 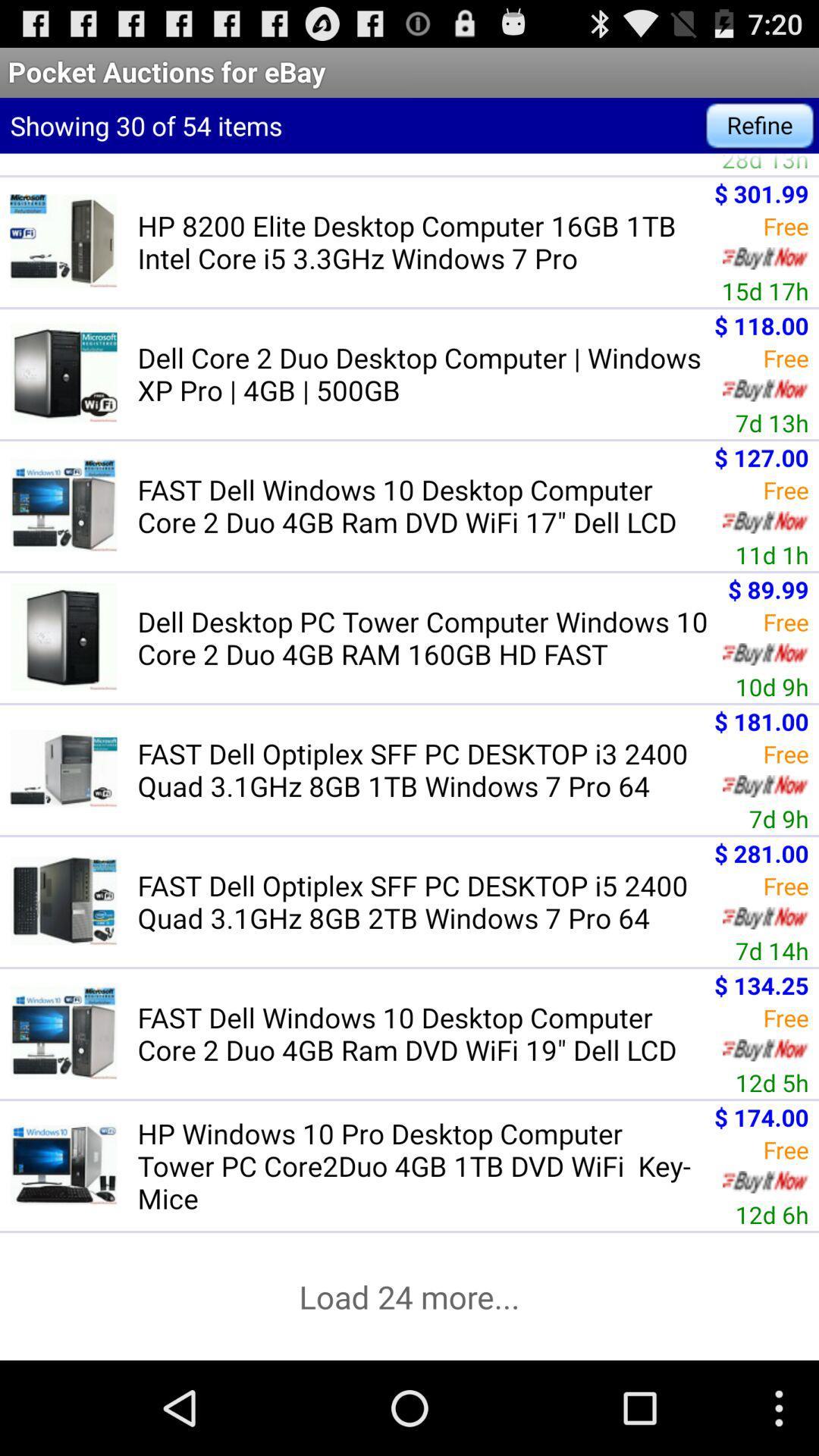 What do you see at coordinates (765, 164) in the screenshot?
I see `the button below the refine icon` at bounding box center [765, 164].